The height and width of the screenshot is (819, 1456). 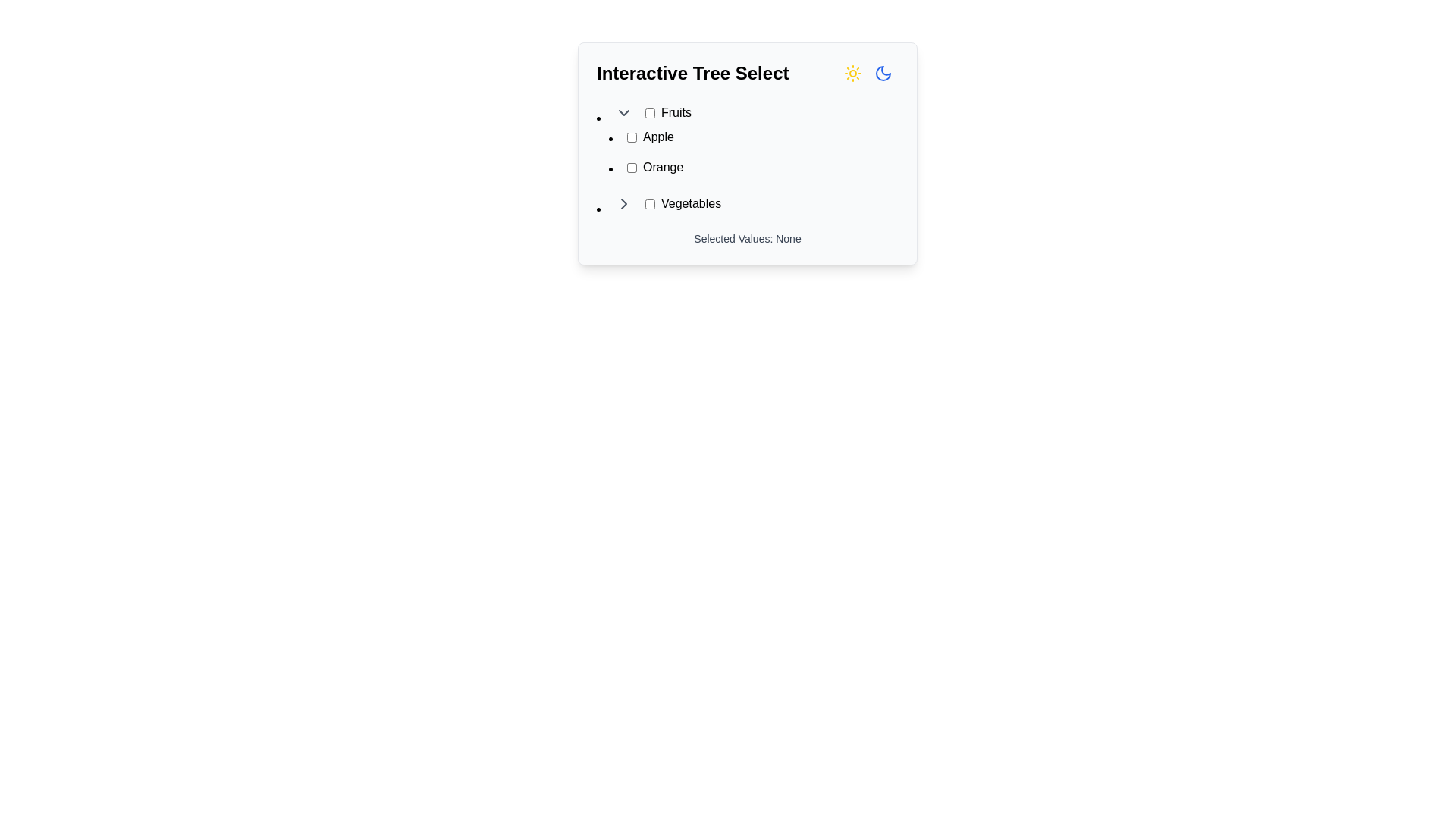 I want to click on the checkbox labeled 'Orange' in the bullet point list under the 'Fruits' category, so click(x=747, y=167).